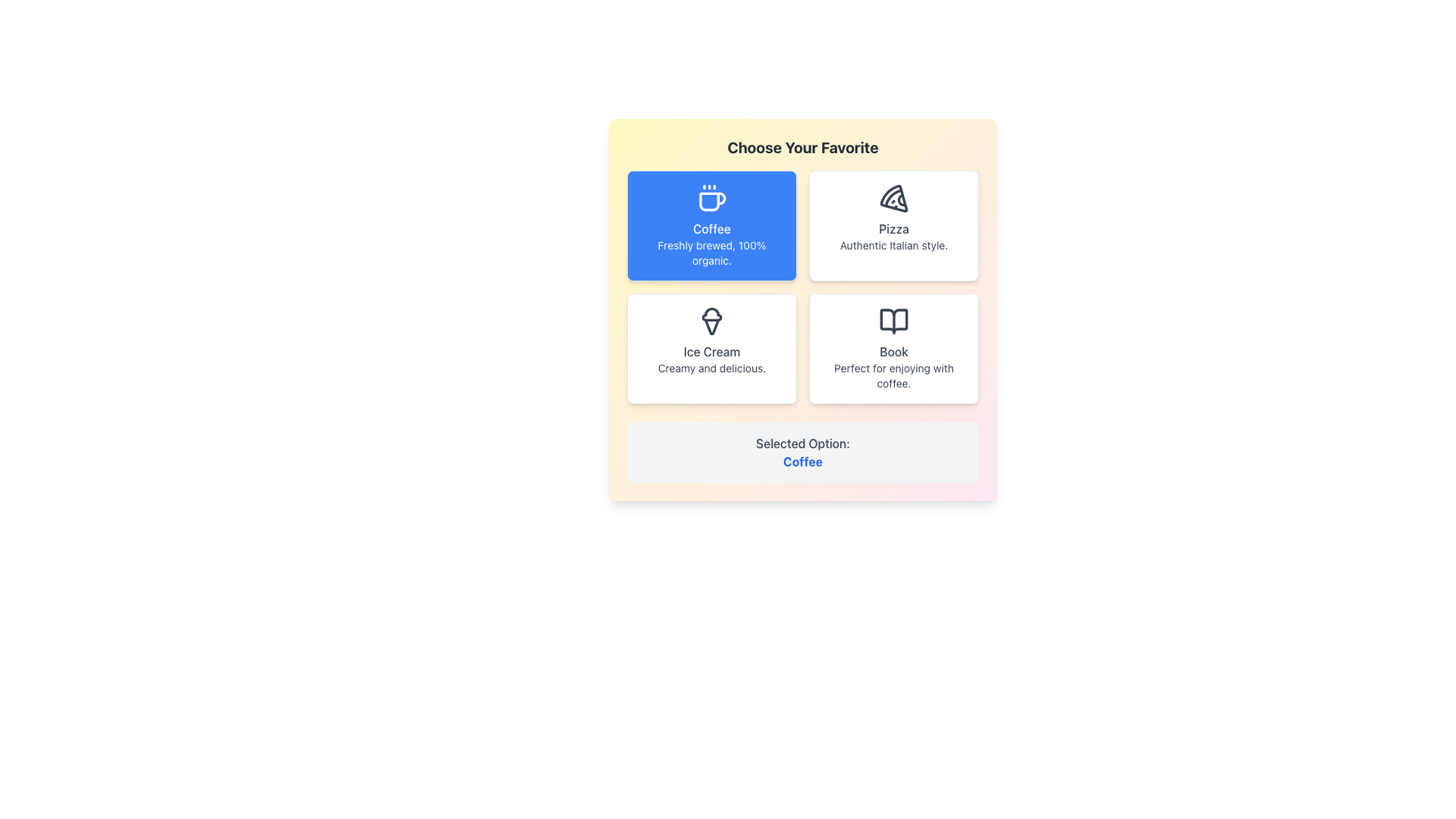 This screenshot has width=1456, height=819. What do you see at coordinates (894, 375) in the screenshot?
I see `the descriptive text label that provides context for the 'Book' card located in the bottom-right section of the grid layout` at bounding box center [894, 375].